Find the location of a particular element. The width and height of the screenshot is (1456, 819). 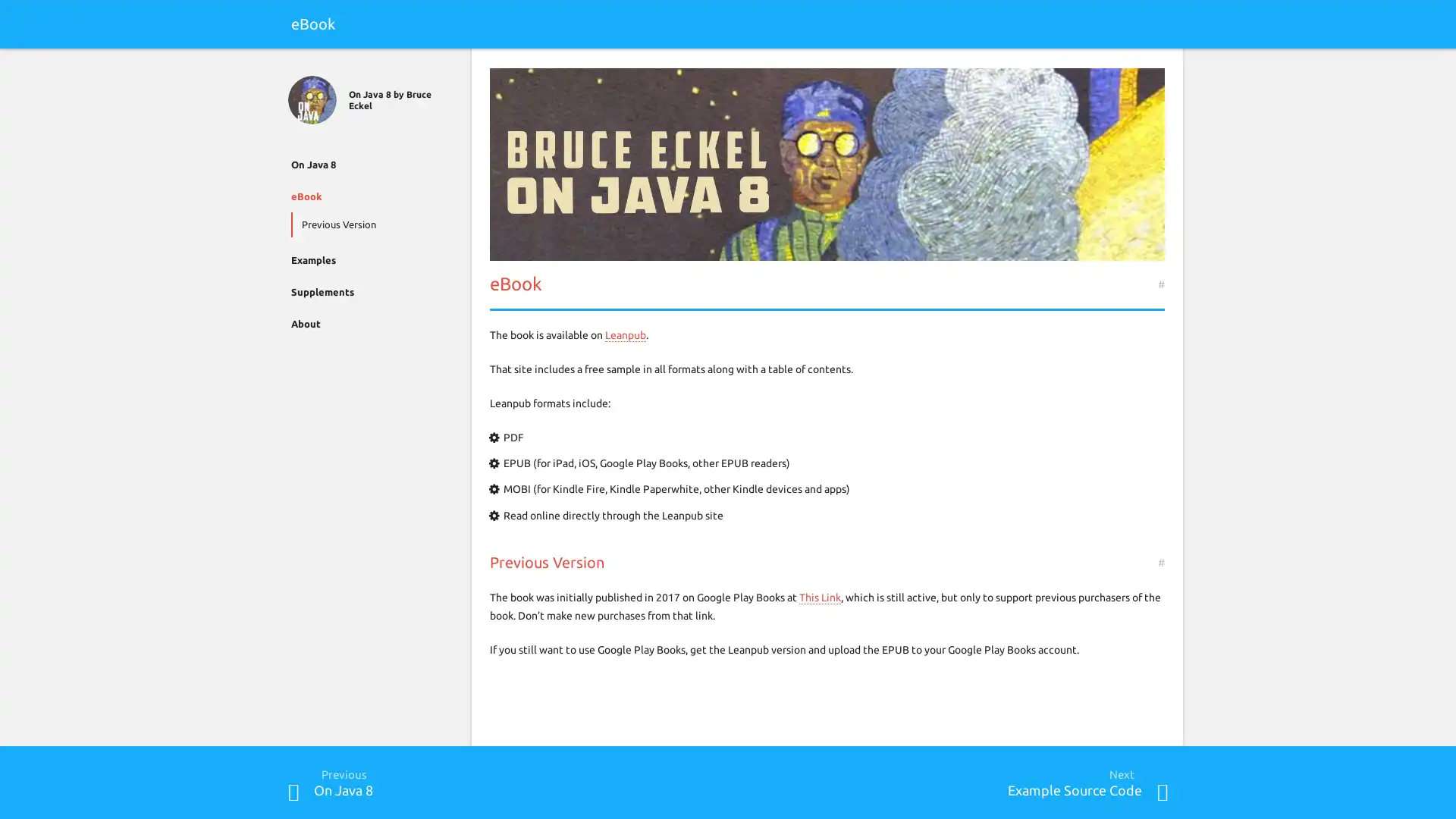

Previous is located at coordinates (293, 791).